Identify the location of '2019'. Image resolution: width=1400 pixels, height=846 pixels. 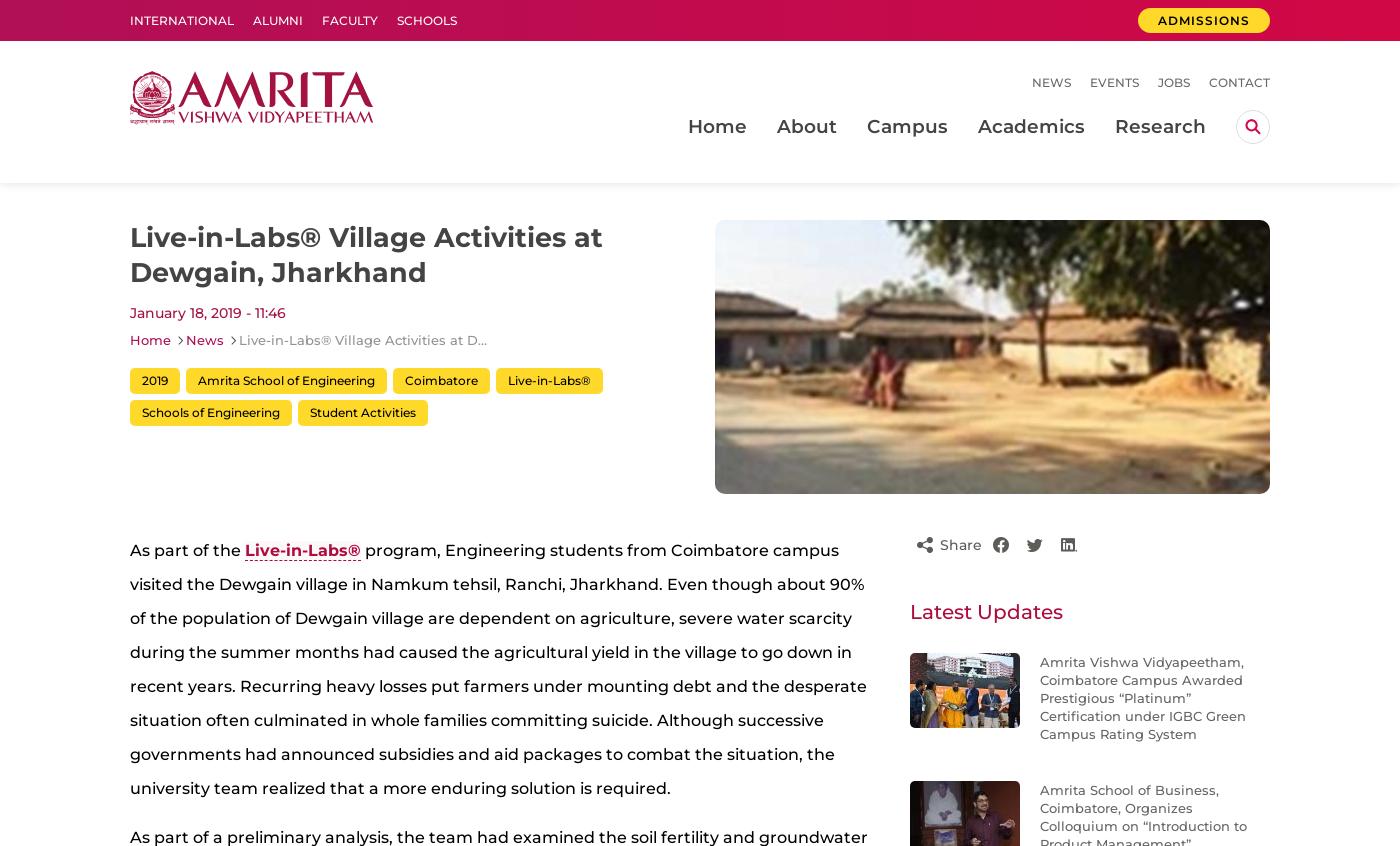
(141, 379).